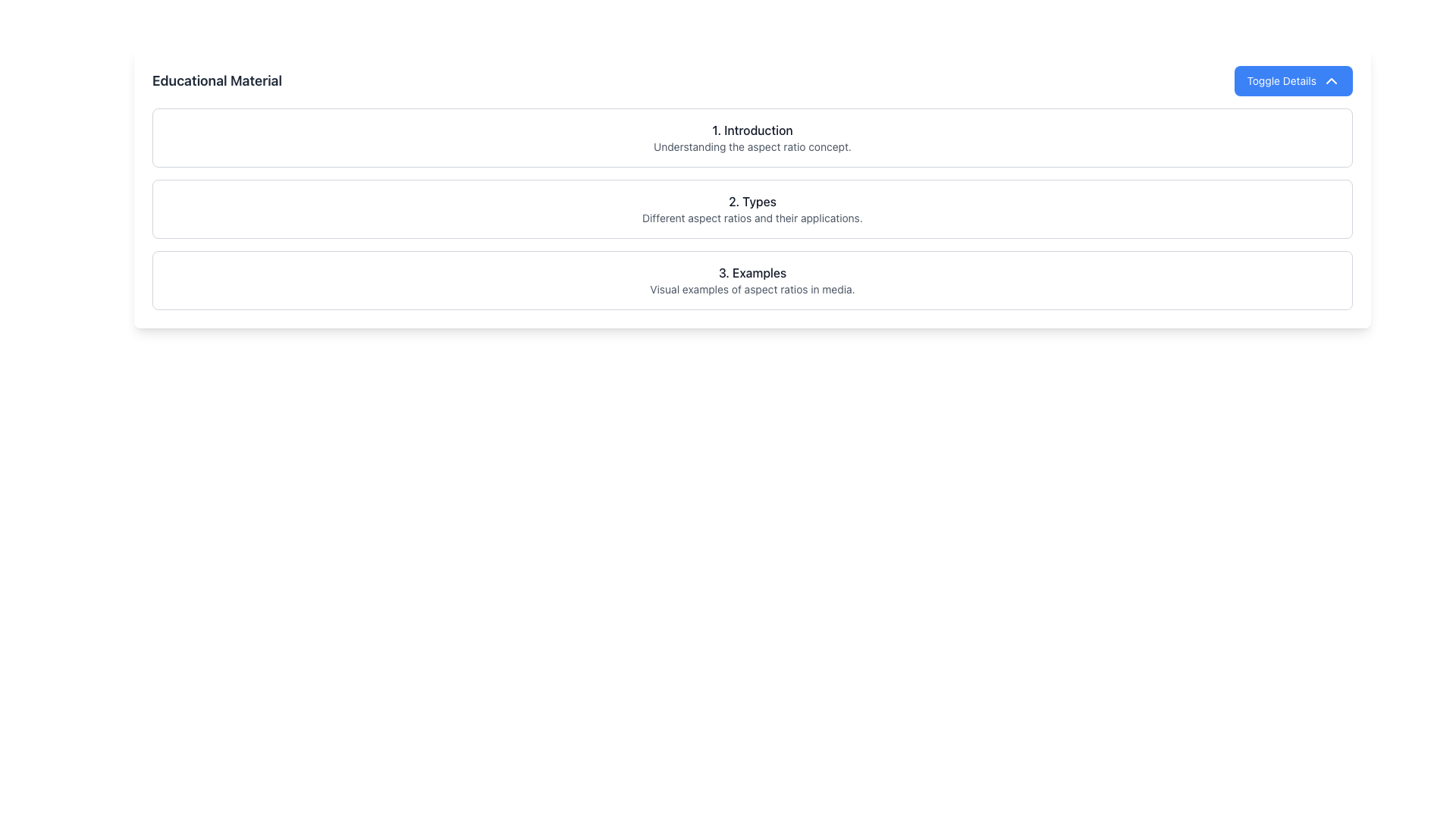 This screenshot has width=1456, height=819. I want to click on the chevron-up icon located on the right end of the 'Toggle Details' button, so click(1331, 81).